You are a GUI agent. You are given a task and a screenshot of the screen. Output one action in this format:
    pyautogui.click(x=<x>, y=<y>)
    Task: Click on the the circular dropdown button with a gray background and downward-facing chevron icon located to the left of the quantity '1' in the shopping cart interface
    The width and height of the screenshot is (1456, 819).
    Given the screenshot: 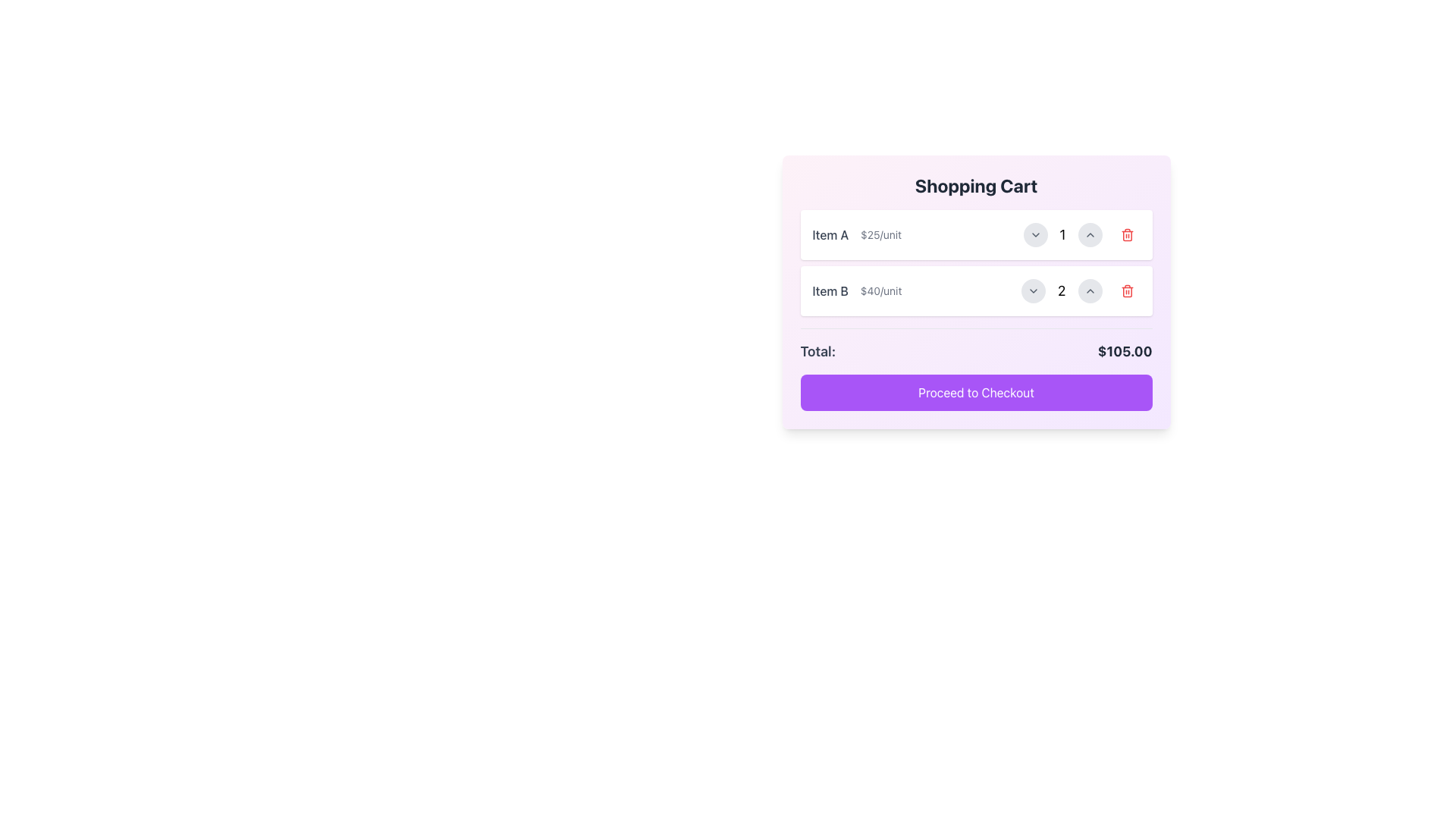 What is the action you would take?
    pyautogui.click(x=1034, y=234)
    